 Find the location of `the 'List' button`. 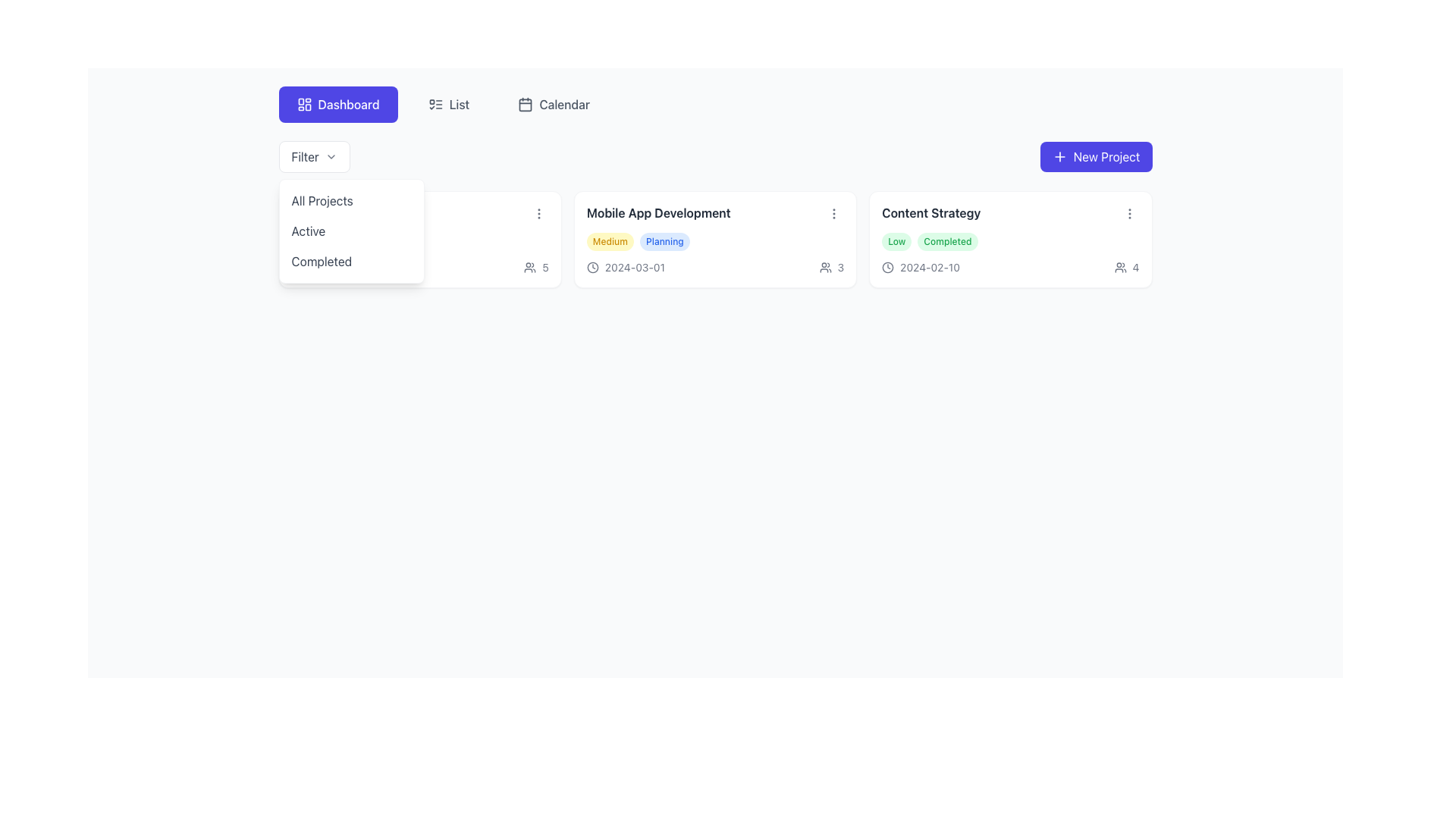

the 'List' button is located at coordinates (447, 104).